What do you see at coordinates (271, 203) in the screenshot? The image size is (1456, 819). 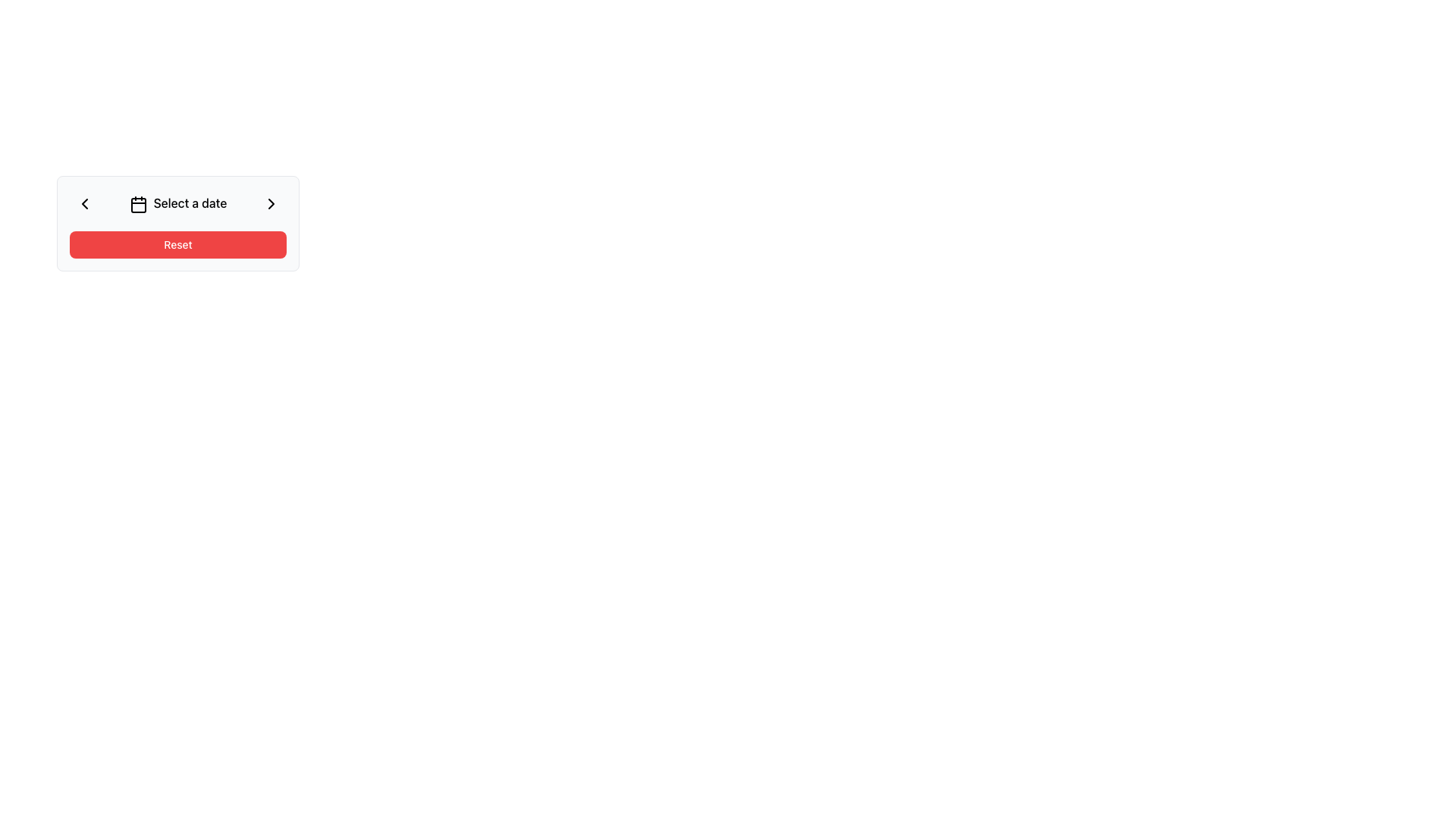 I see `the small right-pointing chevron icon in the top-right corner of the date selection area to interact with it` at bounding box center [271, 203].